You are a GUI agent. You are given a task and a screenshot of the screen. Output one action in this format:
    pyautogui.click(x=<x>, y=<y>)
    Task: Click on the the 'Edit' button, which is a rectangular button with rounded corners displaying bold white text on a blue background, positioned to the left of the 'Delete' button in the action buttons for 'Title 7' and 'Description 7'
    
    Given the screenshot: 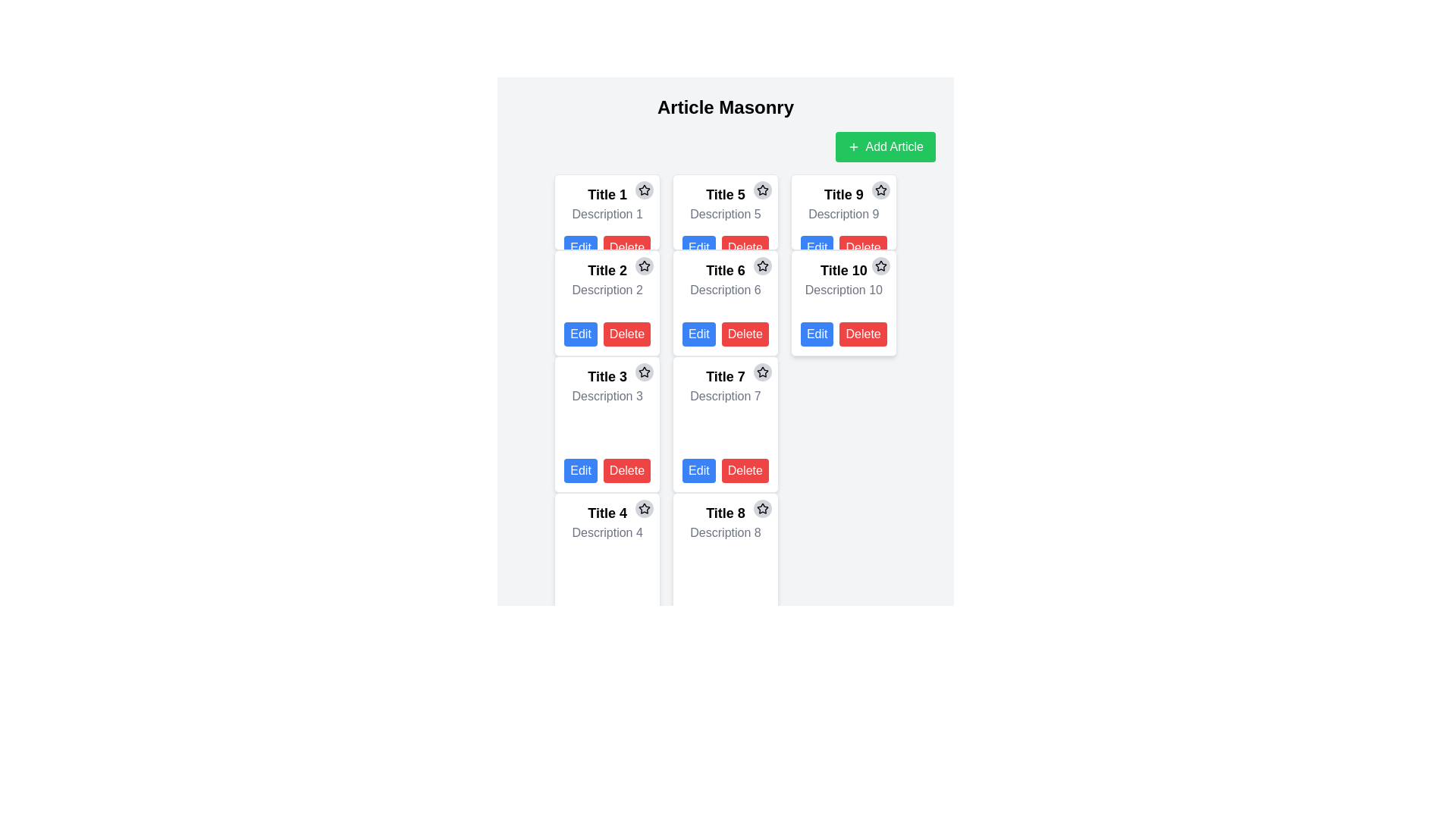 What is the action you would take?
    pyautogui.click(x=698, y=470)
    